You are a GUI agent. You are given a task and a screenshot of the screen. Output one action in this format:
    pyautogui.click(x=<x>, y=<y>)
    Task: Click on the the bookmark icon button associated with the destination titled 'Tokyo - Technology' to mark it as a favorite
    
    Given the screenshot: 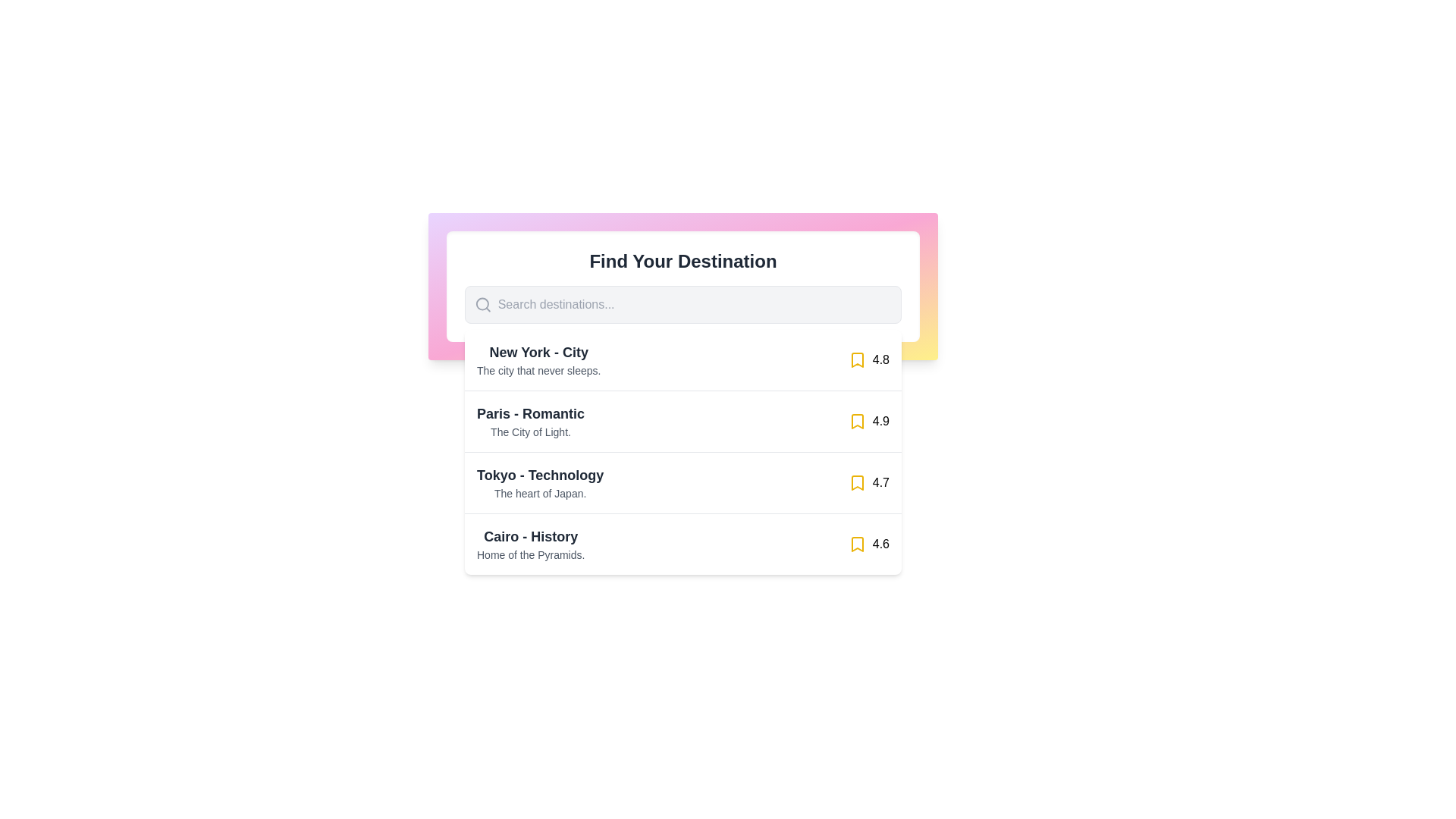 What is the action you would take?
    pyautogui.click(x=857, y=482)
    